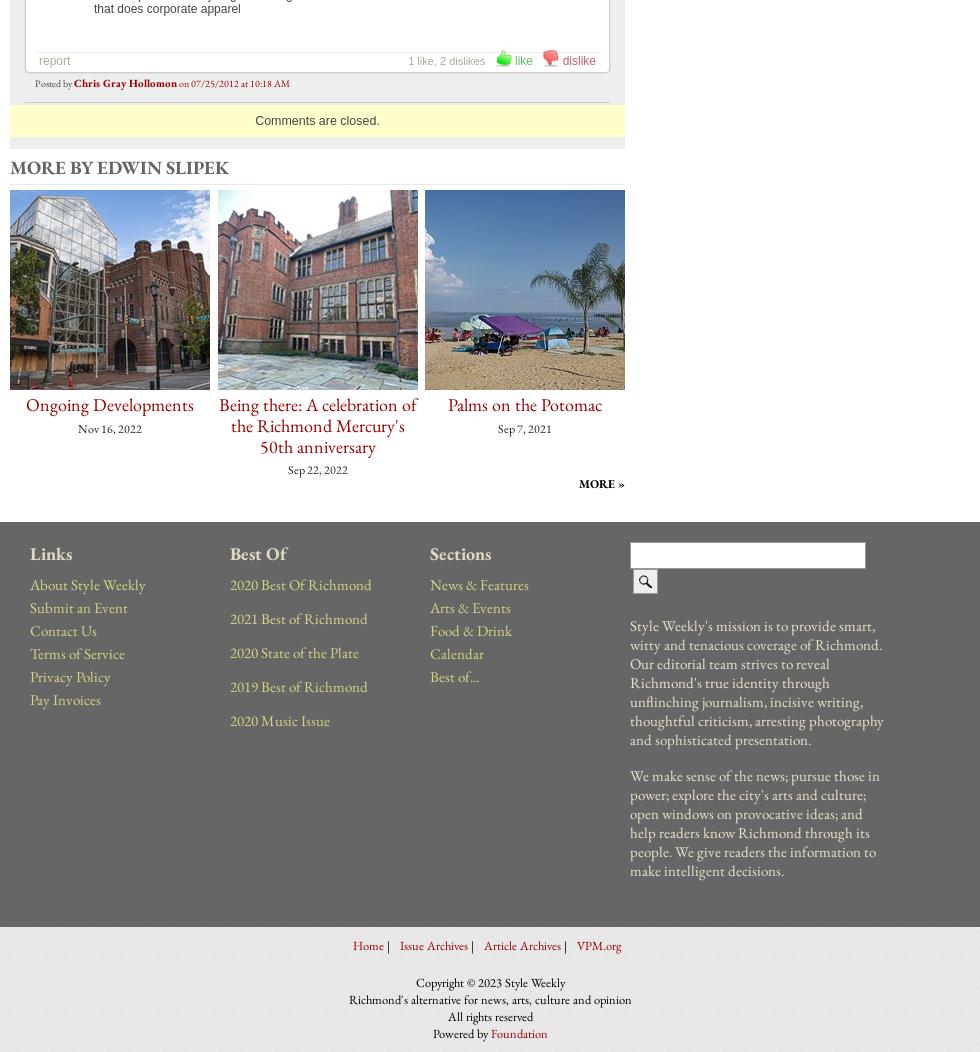 The width and height of the screenshot is (980, 1052). What do you see at coordinates (279, 720) in the screenshot?
I see `'2020 Music Issue'` at bounding box center [279, 720].